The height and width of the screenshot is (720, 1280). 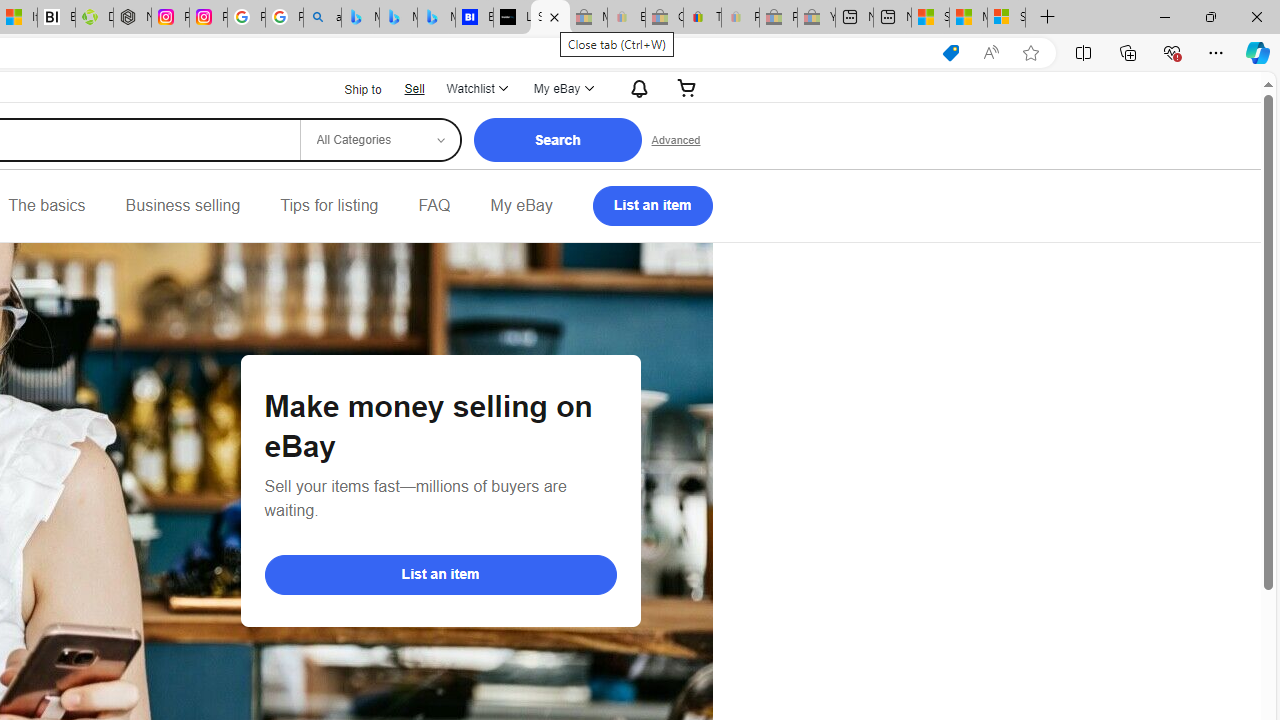 What do you see at coordinates (561, 87) in the screenshot?
I see `'My eBayExpand My eBay'` at bounding box center [561, 87].